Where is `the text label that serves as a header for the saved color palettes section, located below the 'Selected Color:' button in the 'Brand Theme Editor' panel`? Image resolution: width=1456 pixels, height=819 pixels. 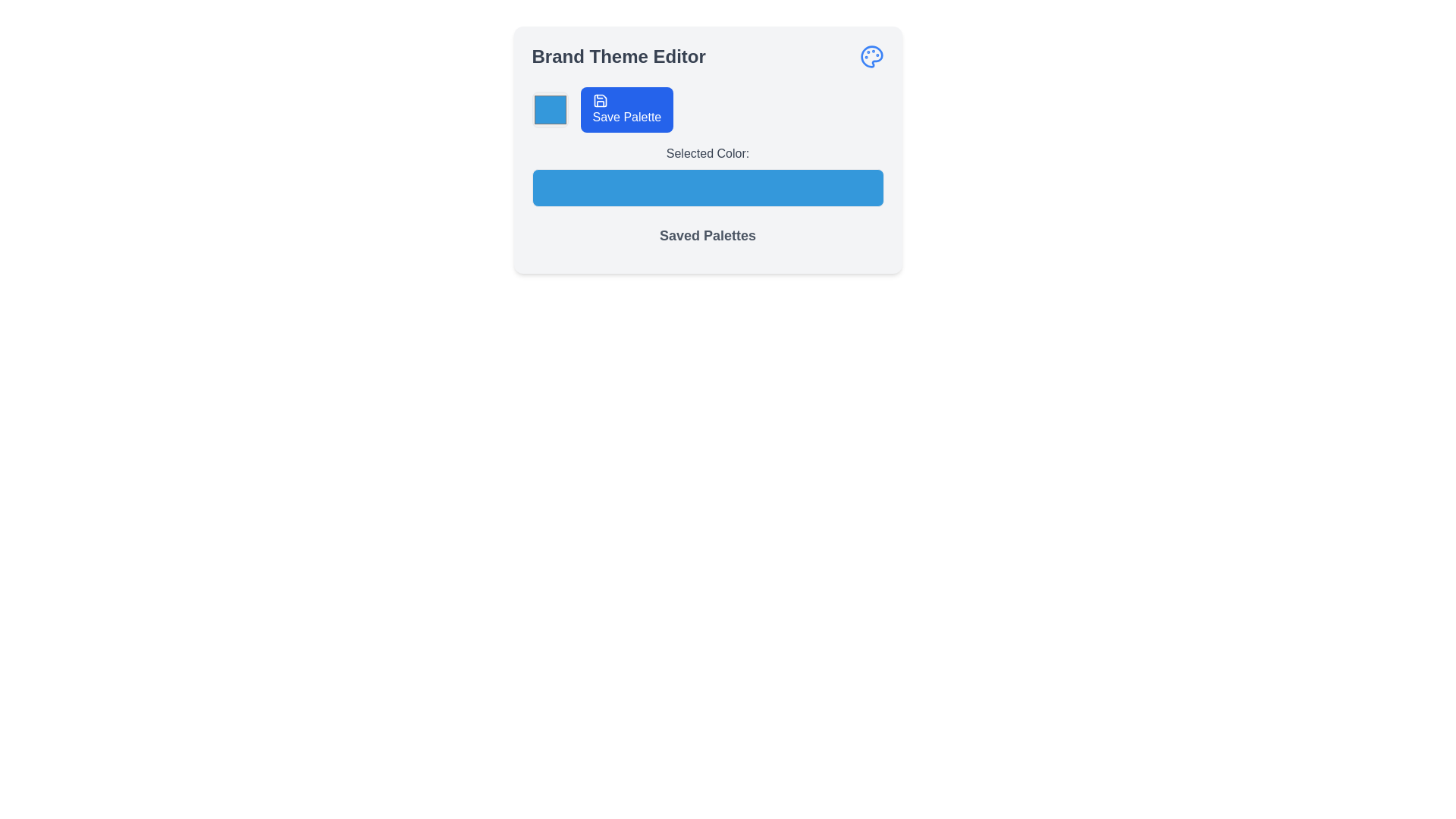
the text label that serves as a header for the saved color palettes section, located below the 'Selected Color:' button in the 'Brand Theme Editor' panel is located at coordinates (707, 236).